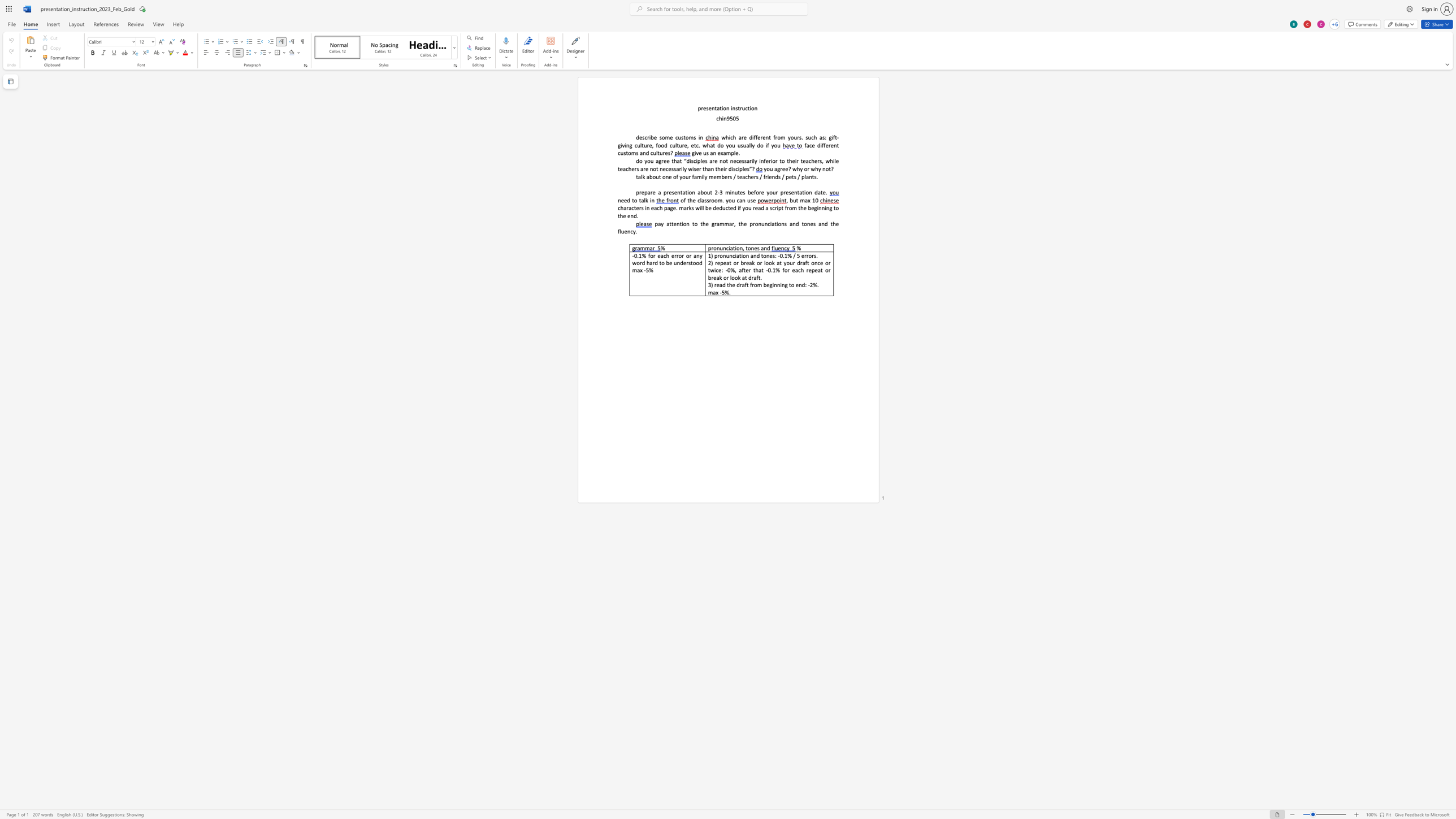  Describe the element at coordinates (756, 255) in the screenshot. I see `the space between the continuous character "n" and "d" in the text` at that location.